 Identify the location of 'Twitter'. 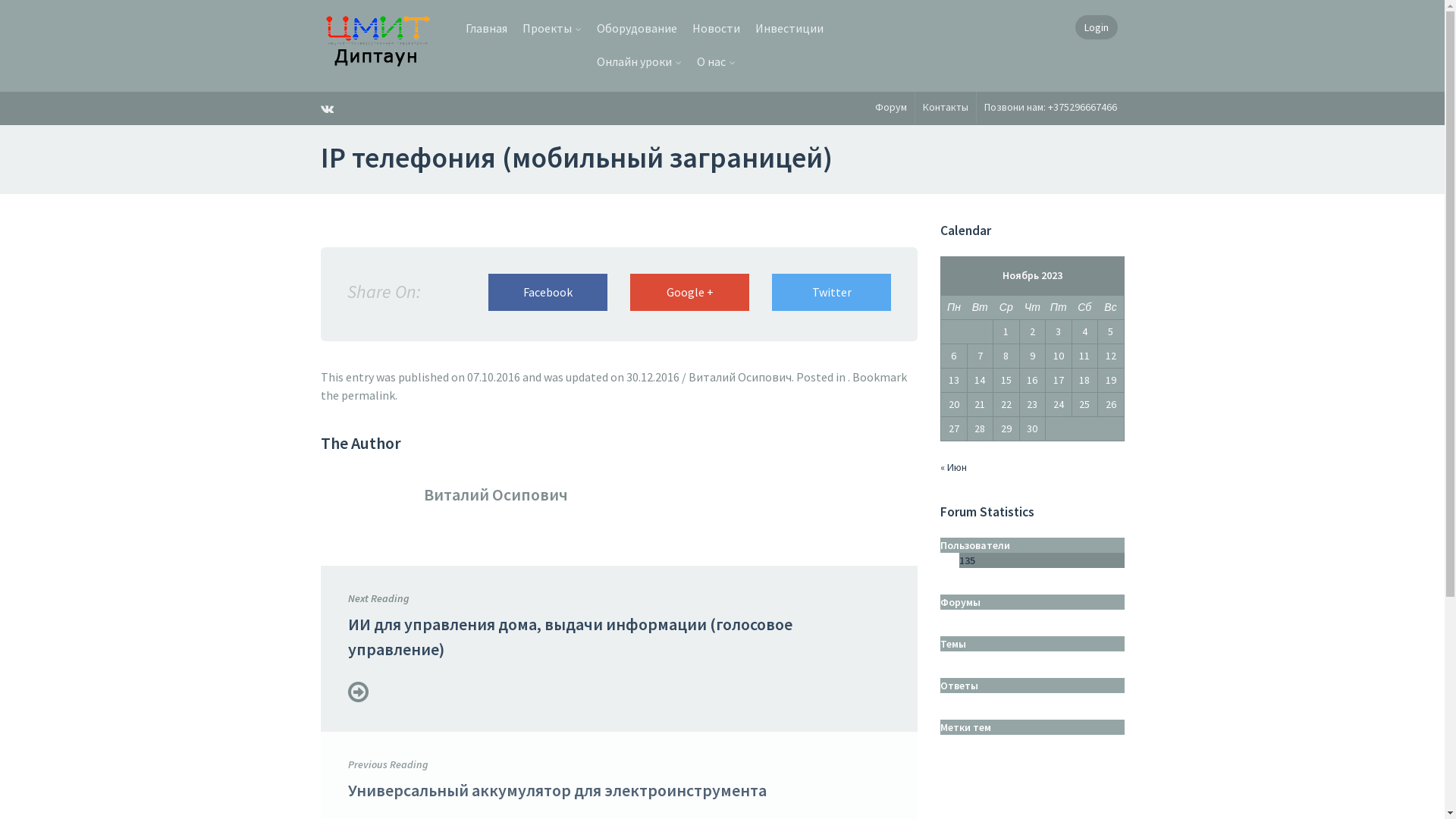
(830, 292).